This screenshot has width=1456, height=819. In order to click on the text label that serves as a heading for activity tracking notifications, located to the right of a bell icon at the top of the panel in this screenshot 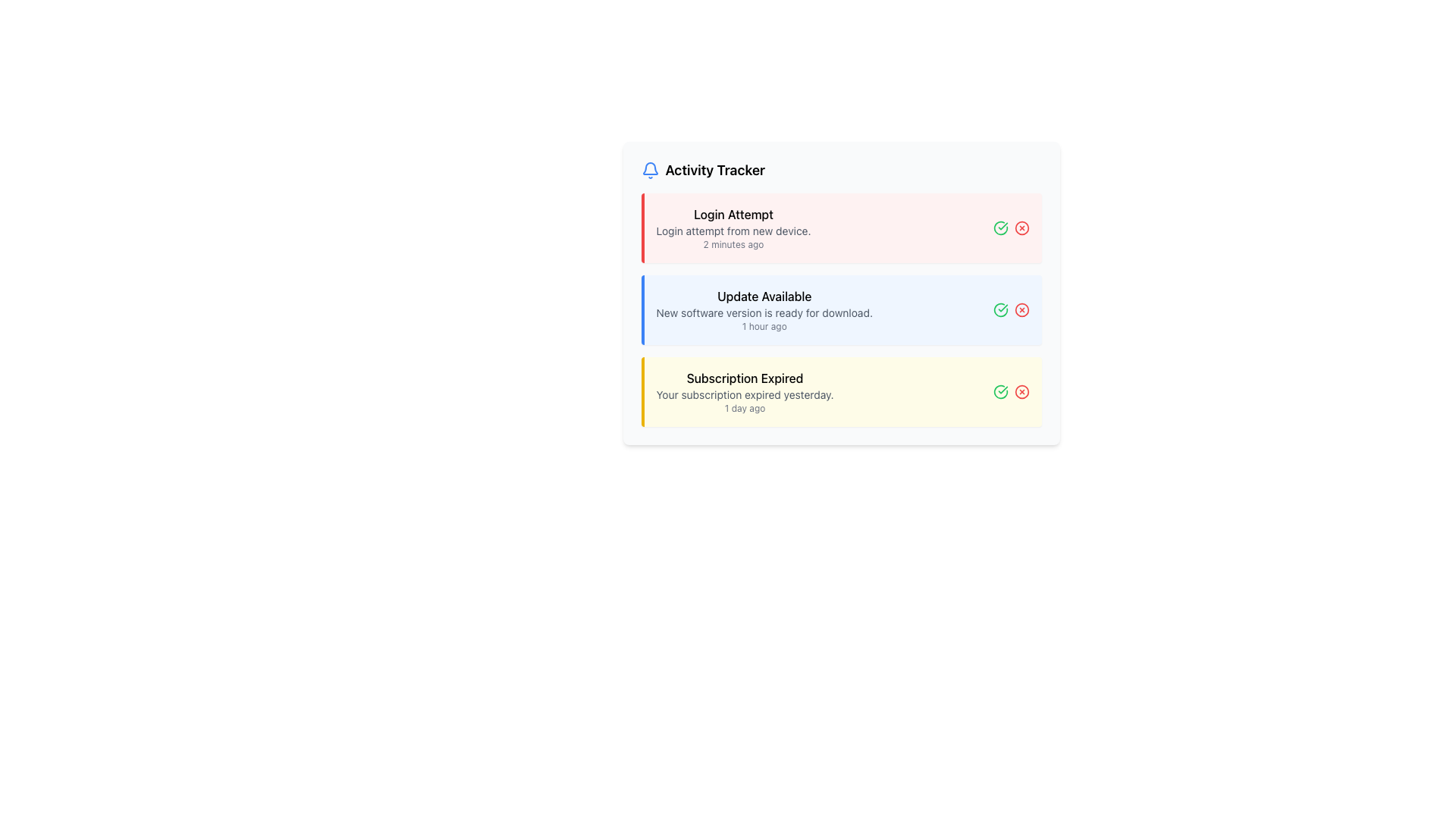, I will do `click(714, 170)`.